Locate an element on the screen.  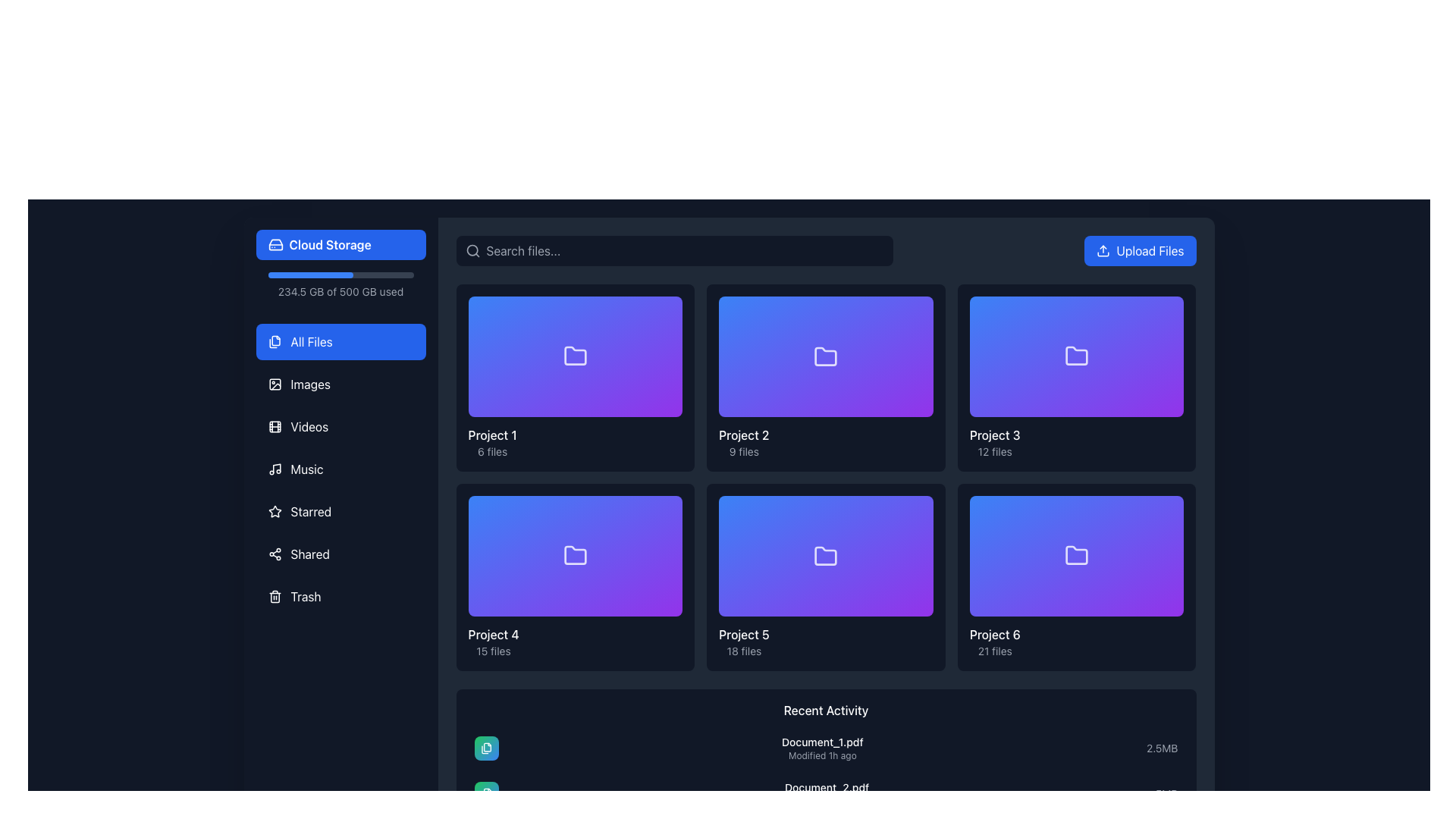
the folder icon representing 'Project 3' located in the third grid item of the second row in the content display section is located at coordinates (1076, 356).